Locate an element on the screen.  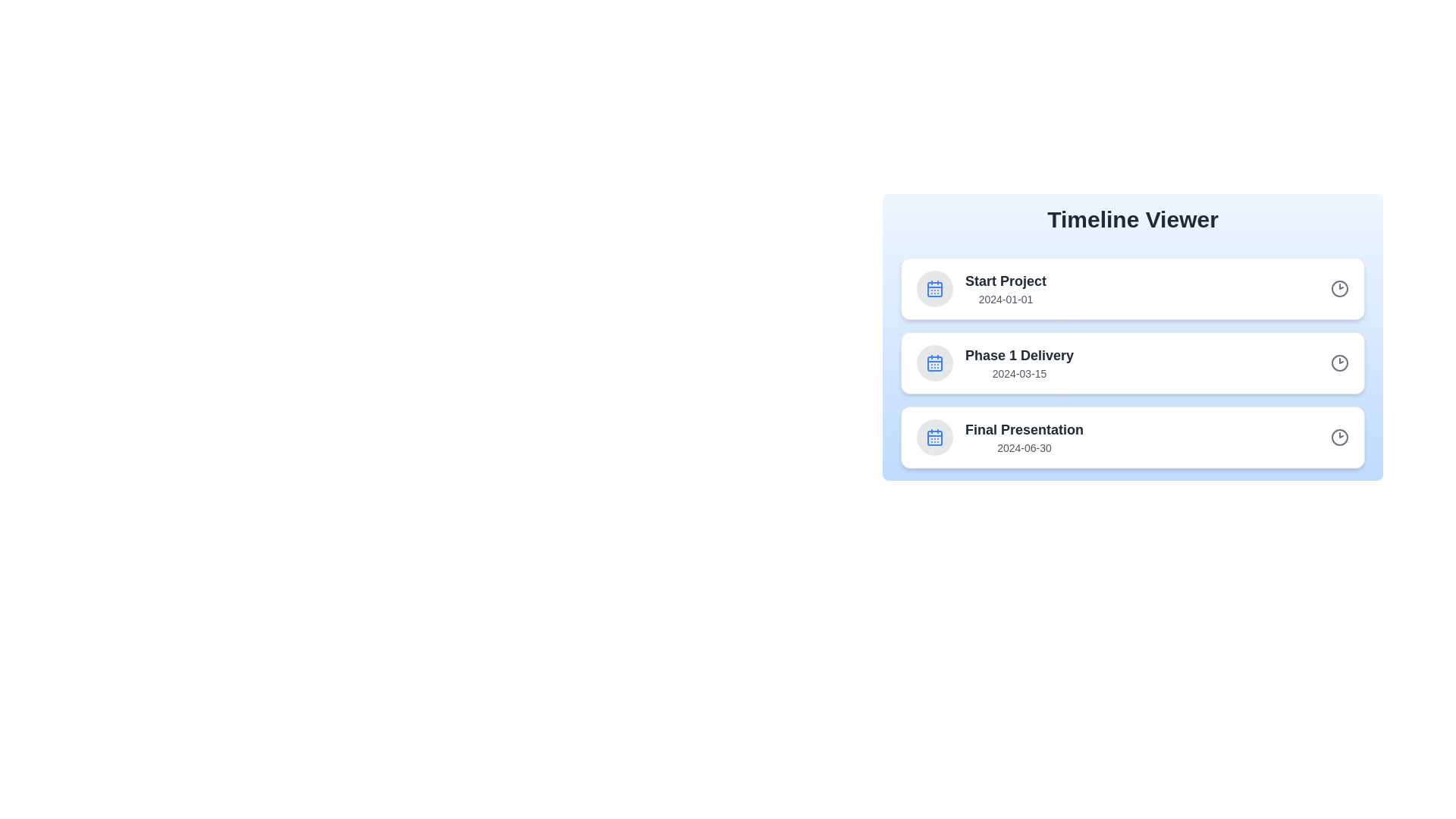
the small square-shaped decorative element with rounded corners and light blue fill, which is part of the calendar icon located at the left side of the second list item in the 'Timeline Viewer' interface is located at coordinates (934, 363).